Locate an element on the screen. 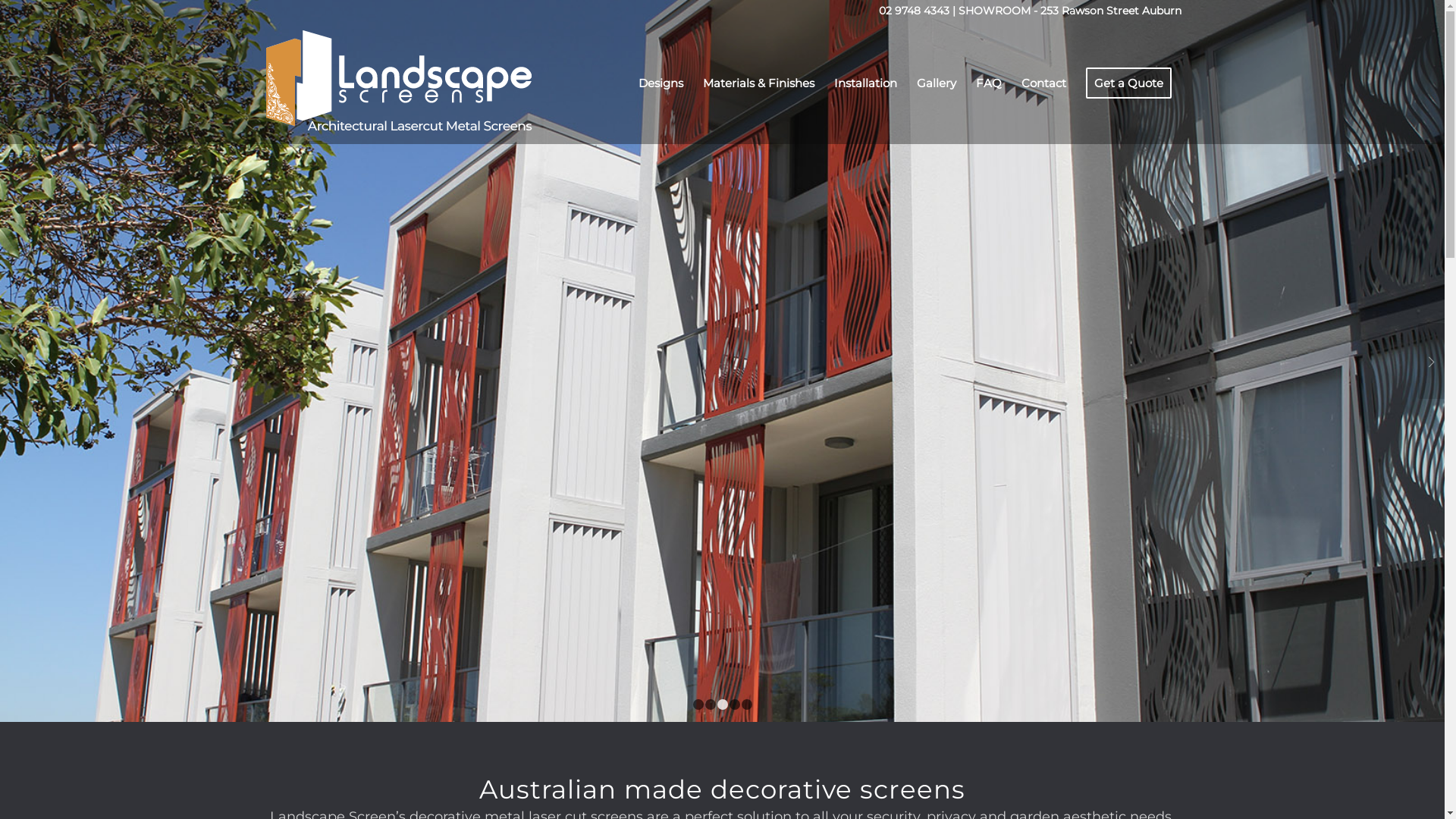  '2' is located at coordinates (709, 704).